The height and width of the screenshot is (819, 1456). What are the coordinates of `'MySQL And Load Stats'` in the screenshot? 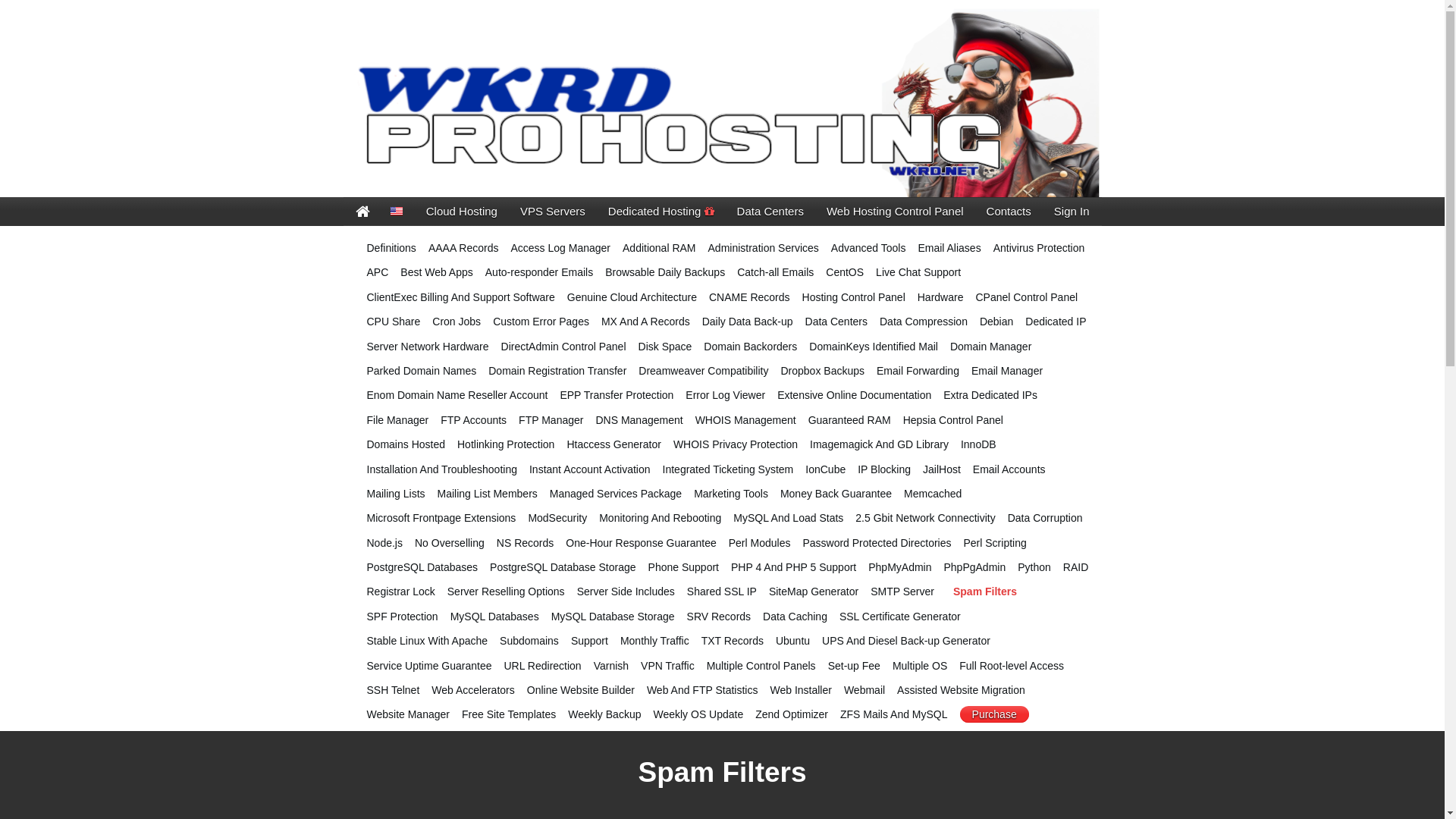 It's located at (733, 516).